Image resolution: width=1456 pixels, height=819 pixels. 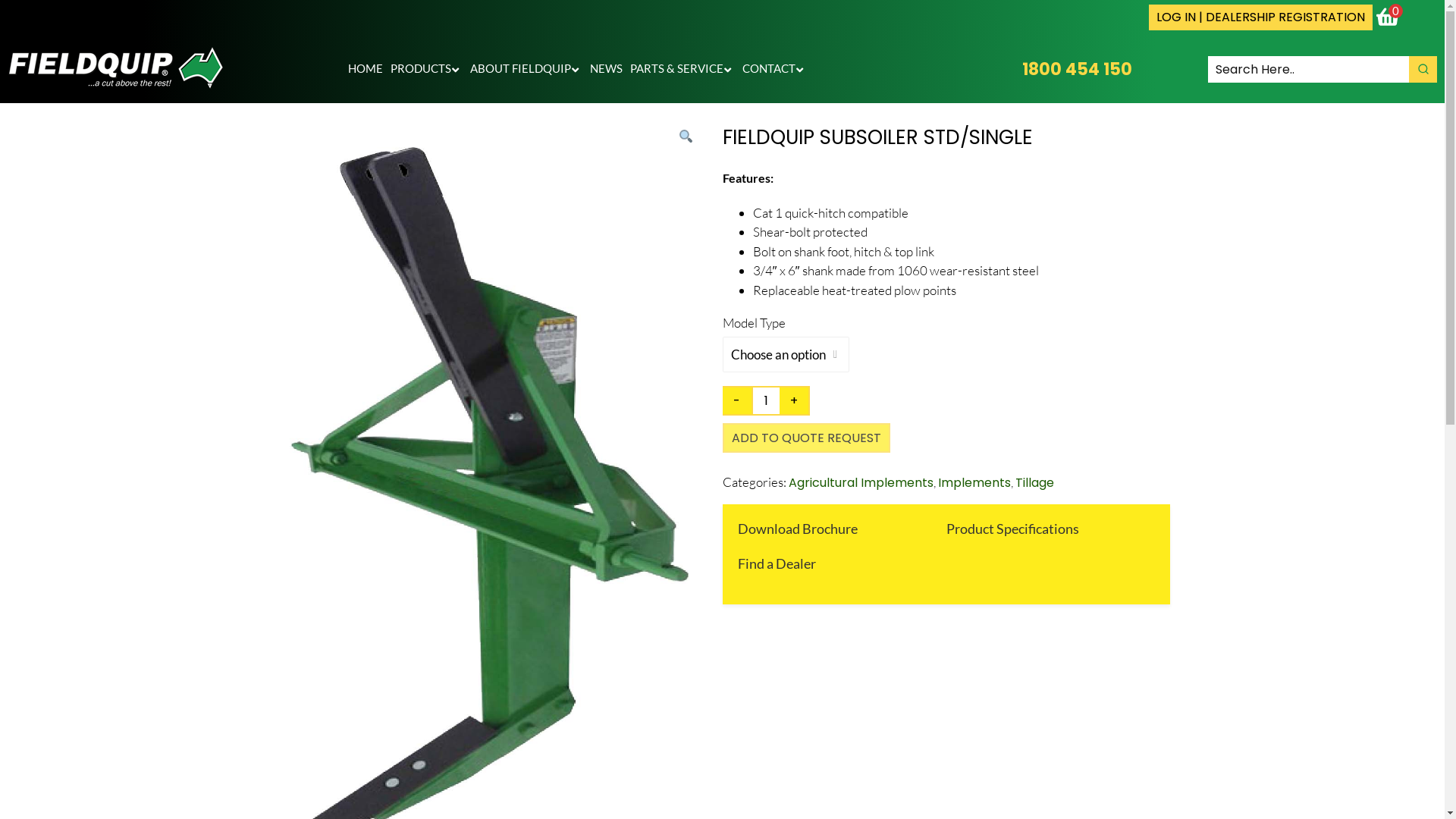 What do you see at coordinates (752, 400) in the screenshot?
I see `'Qty'` at bounding box center [752, 400].